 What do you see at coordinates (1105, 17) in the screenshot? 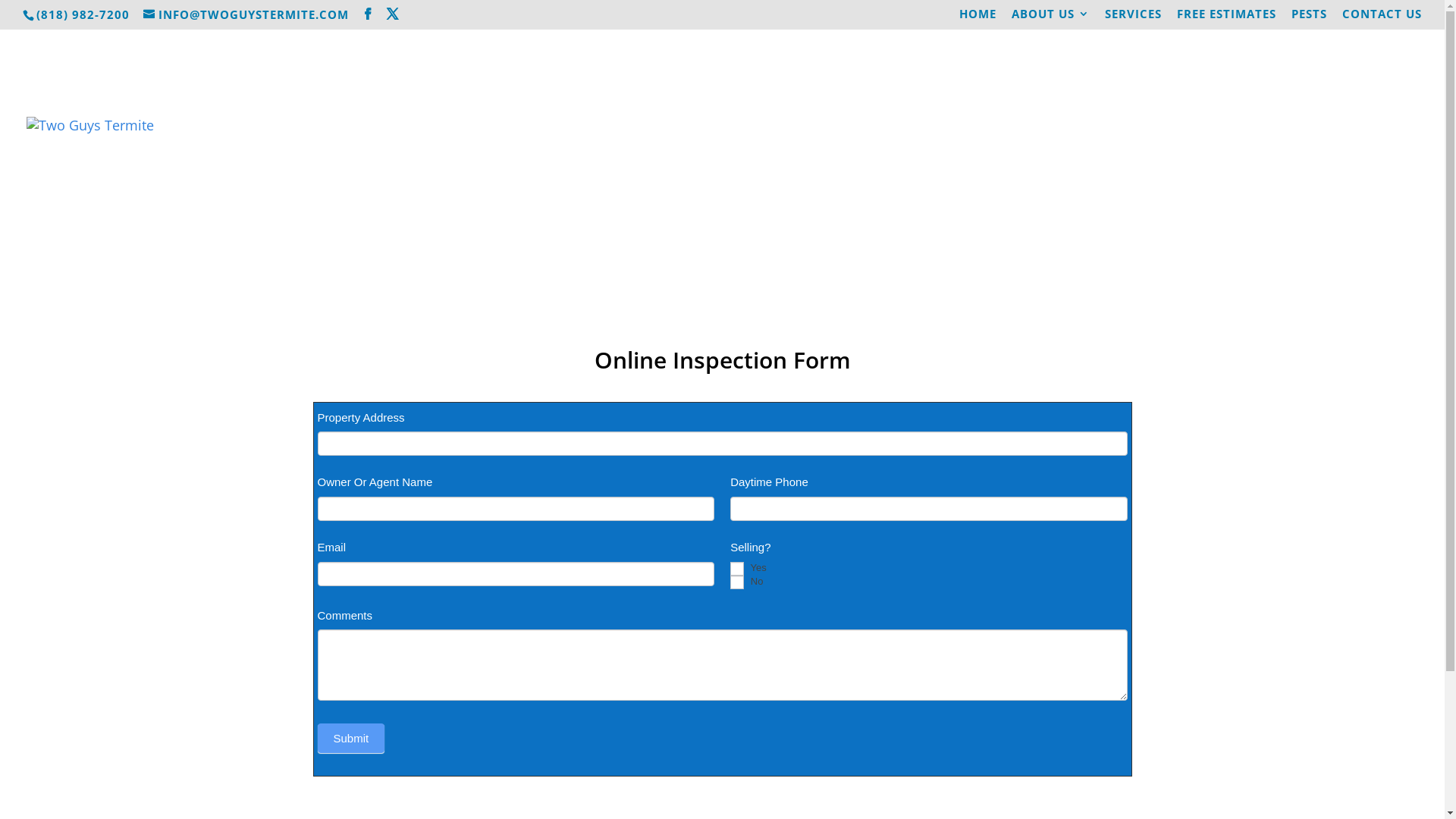
I see `'SERVICES'` at bounding box center [1105, 17].